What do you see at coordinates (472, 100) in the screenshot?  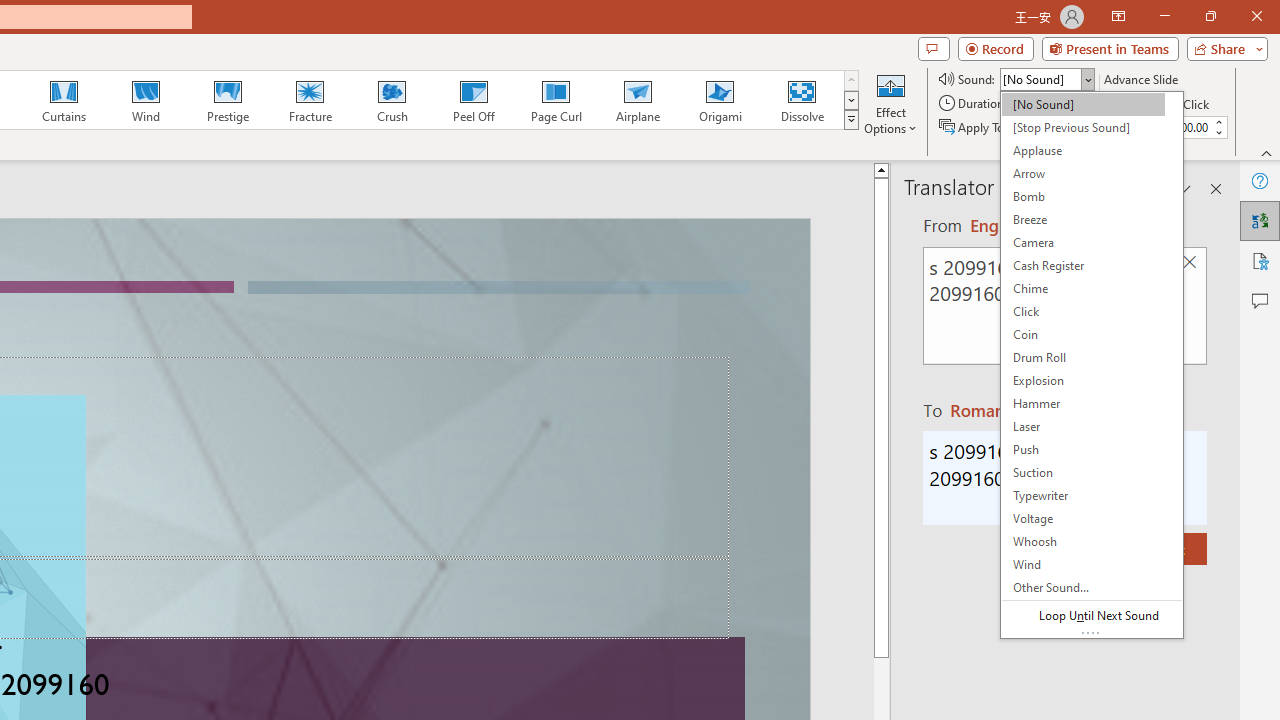 I see `'Peel Off'` at bounding box center [472, 100].